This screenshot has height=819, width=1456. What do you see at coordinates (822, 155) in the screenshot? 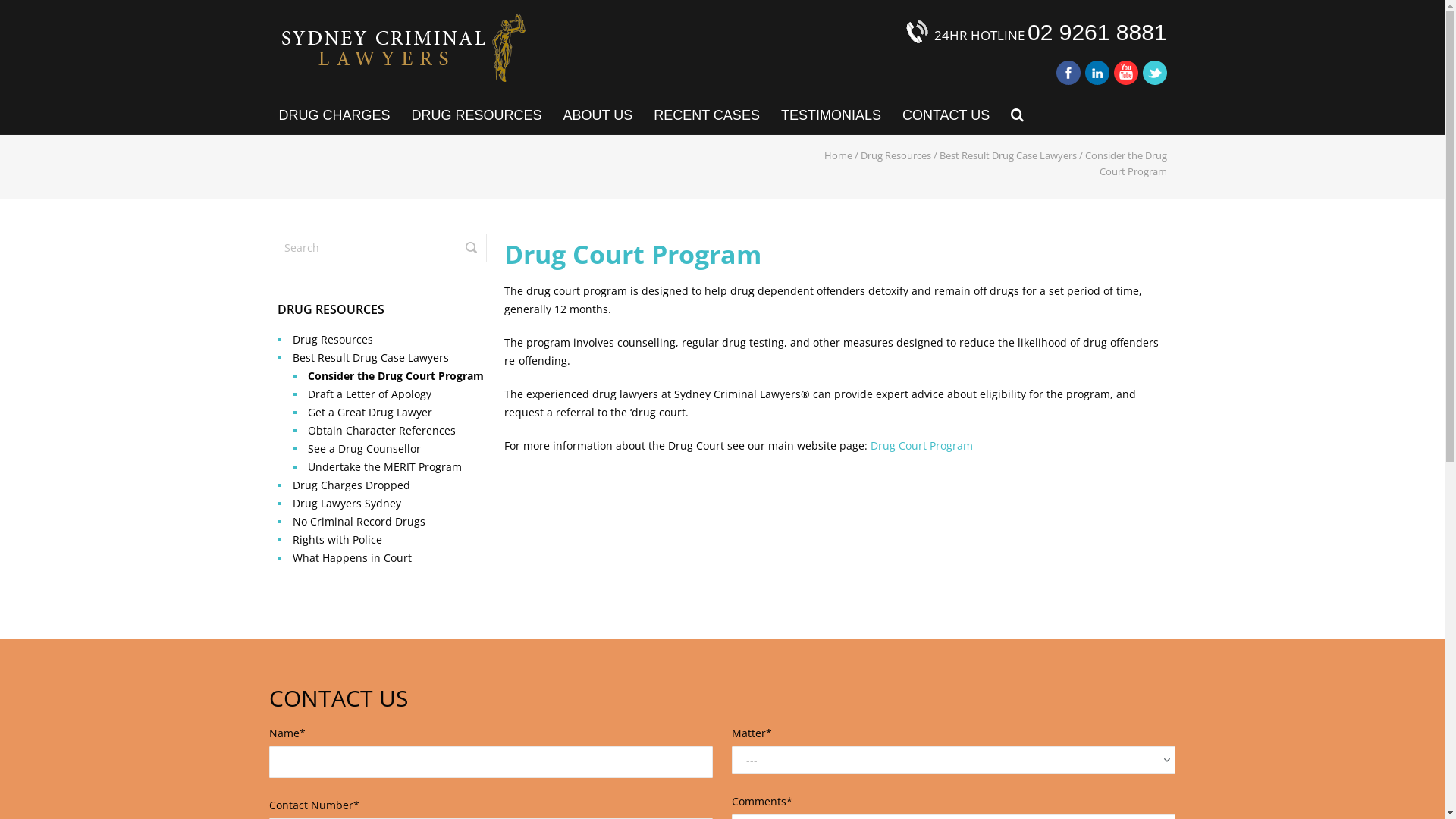
I see `'Home'` at bounding box center [822, 155].